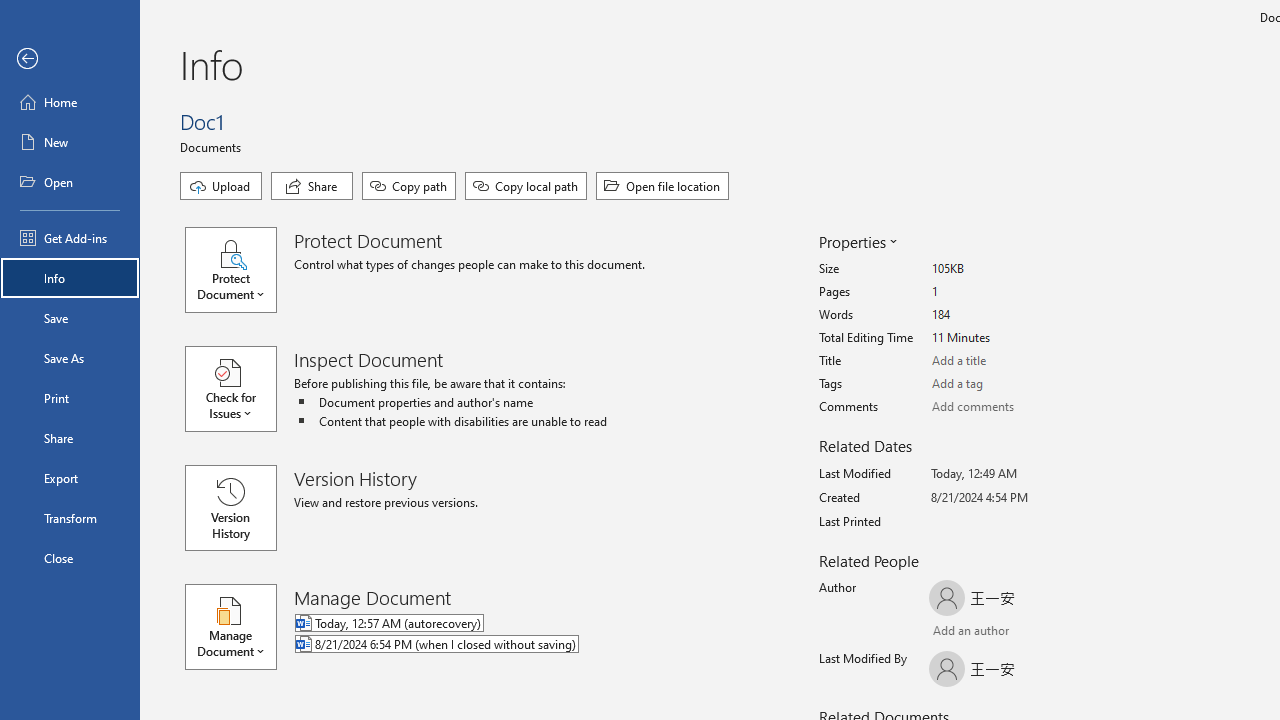 Image resolution: width=1280 pixels, height=720 pixels. What do you see at coordinates (69, 58) in the screenshot?
I see `'Back'` at bounding box center [69, 58].